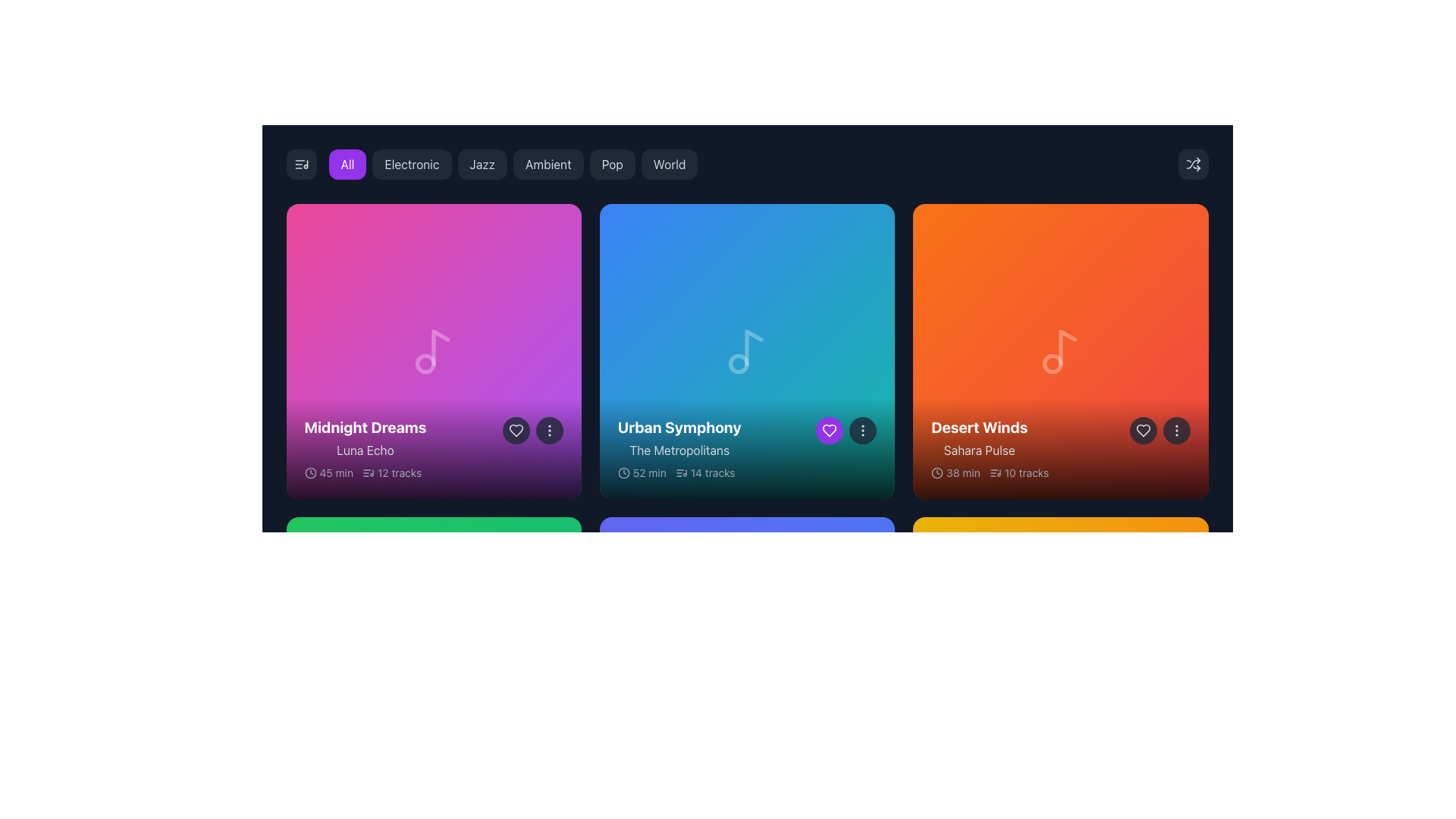 The height and width of the screenshot is (819, 1456). Describe the element at coordinates (301, 164) in the screenshot. I see `the compact icon button styled with three horizontal lines and a circular element, located on the leftmost side of the navigation row` at that location.